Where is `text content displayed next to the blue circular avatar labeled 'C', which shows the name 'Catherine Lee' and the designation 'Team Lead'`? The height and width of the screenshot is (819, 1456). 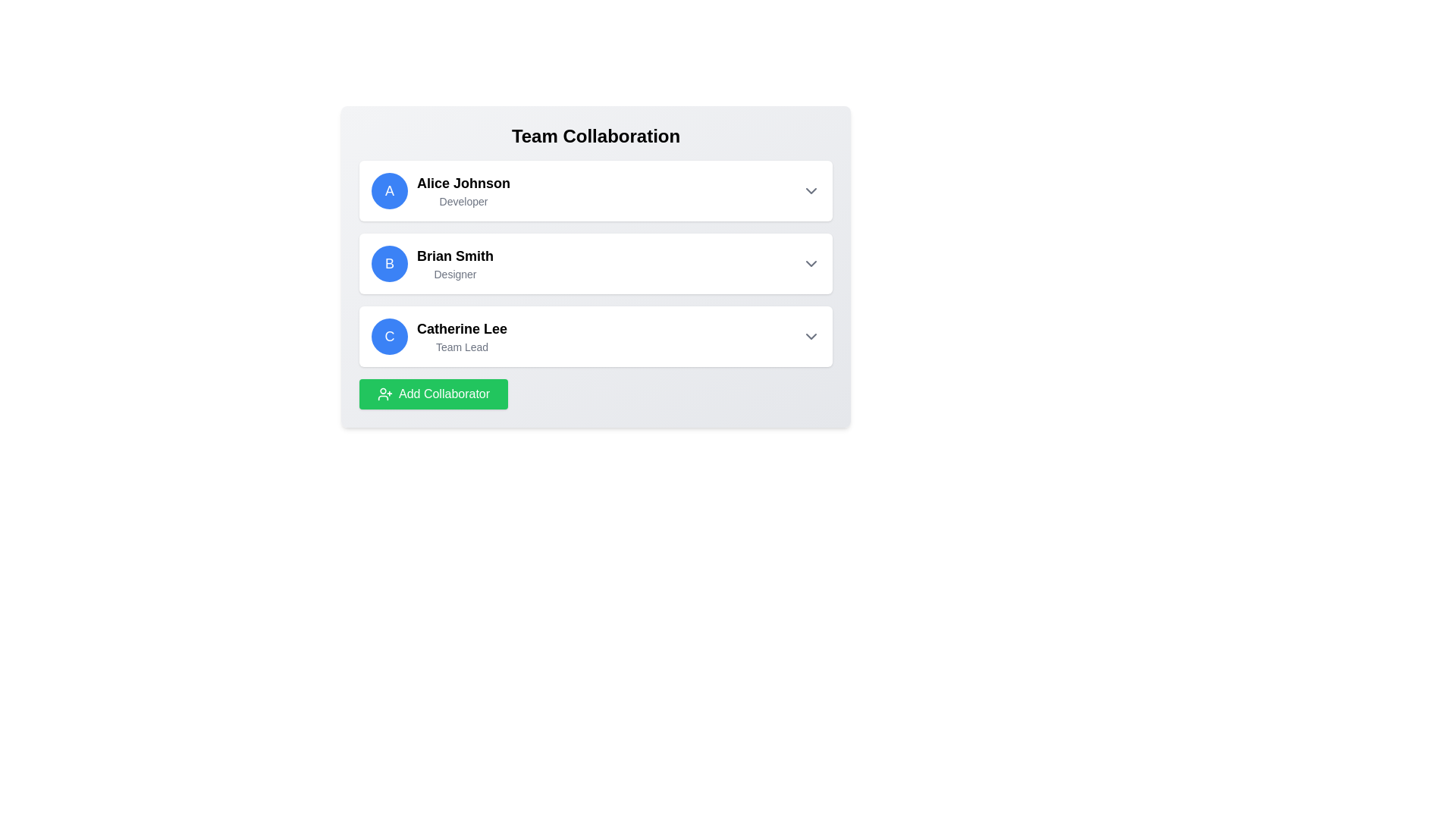 text content displayed next to the blue circular avatar labeled 'C', which shows the name 'Catherine Lee' and the designation 'Team Lead' is located at coordinates (461, 335).